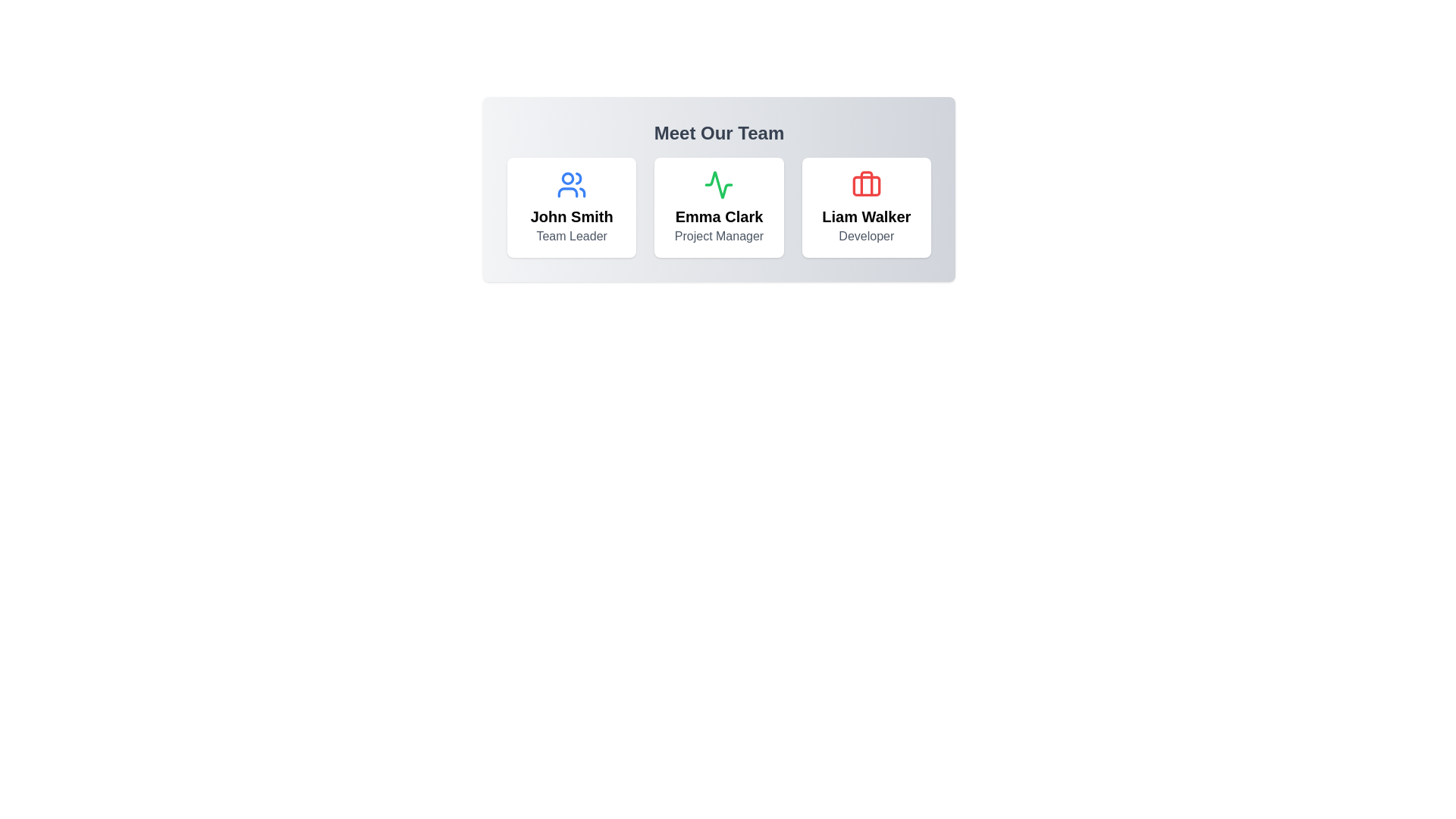 The image size is (1456, 819). What do you see at coordinates (571, 237) in the screenshot?
I see `text label that serves as a subtitle or role descriptor for 'John Smith', located beneath his name in the 'Meet Our Team' section` at bounding box center [571, 237].